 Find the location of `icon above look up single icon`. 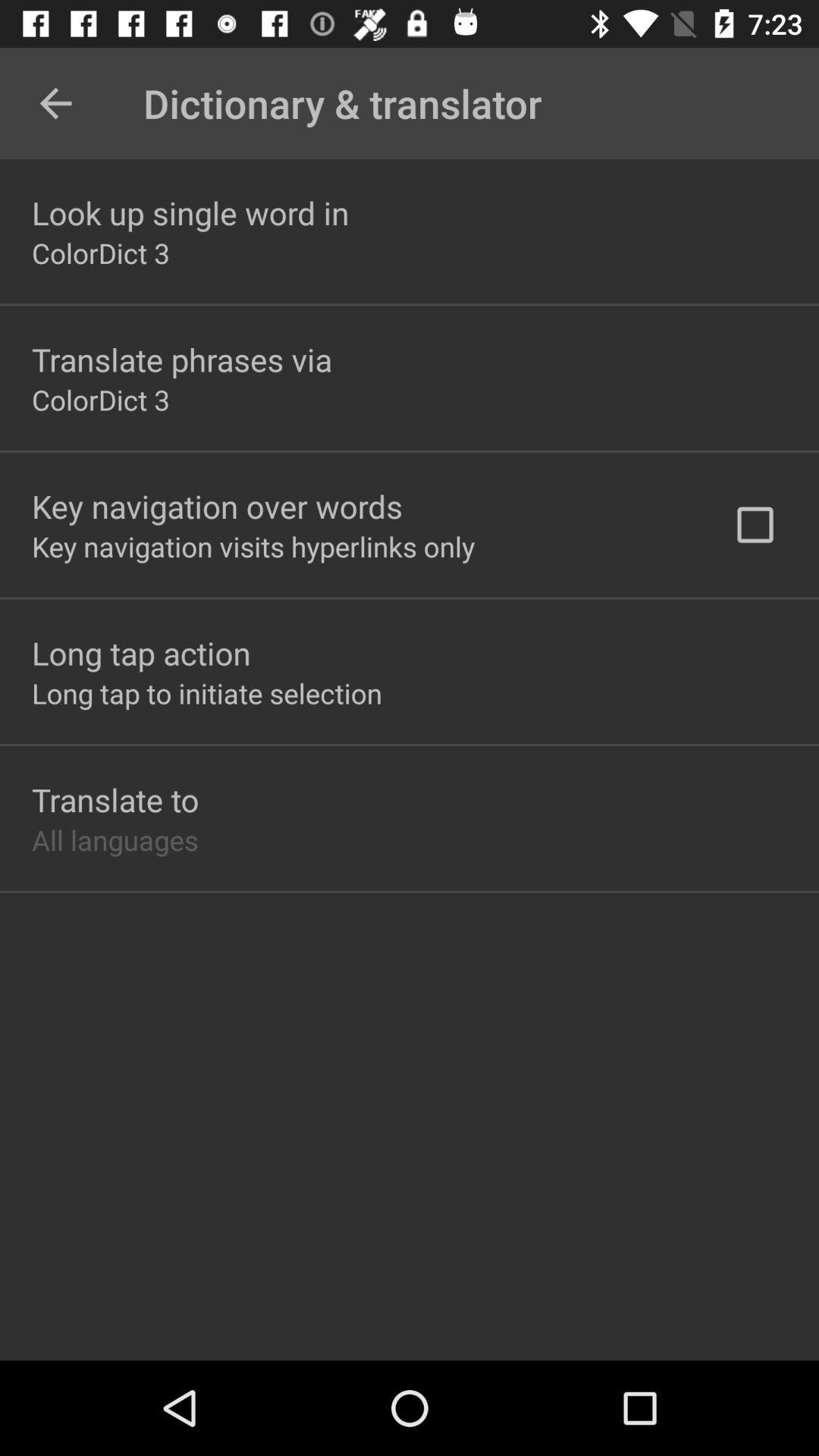

icon above look up single icon is located at coordinates (55, 102).